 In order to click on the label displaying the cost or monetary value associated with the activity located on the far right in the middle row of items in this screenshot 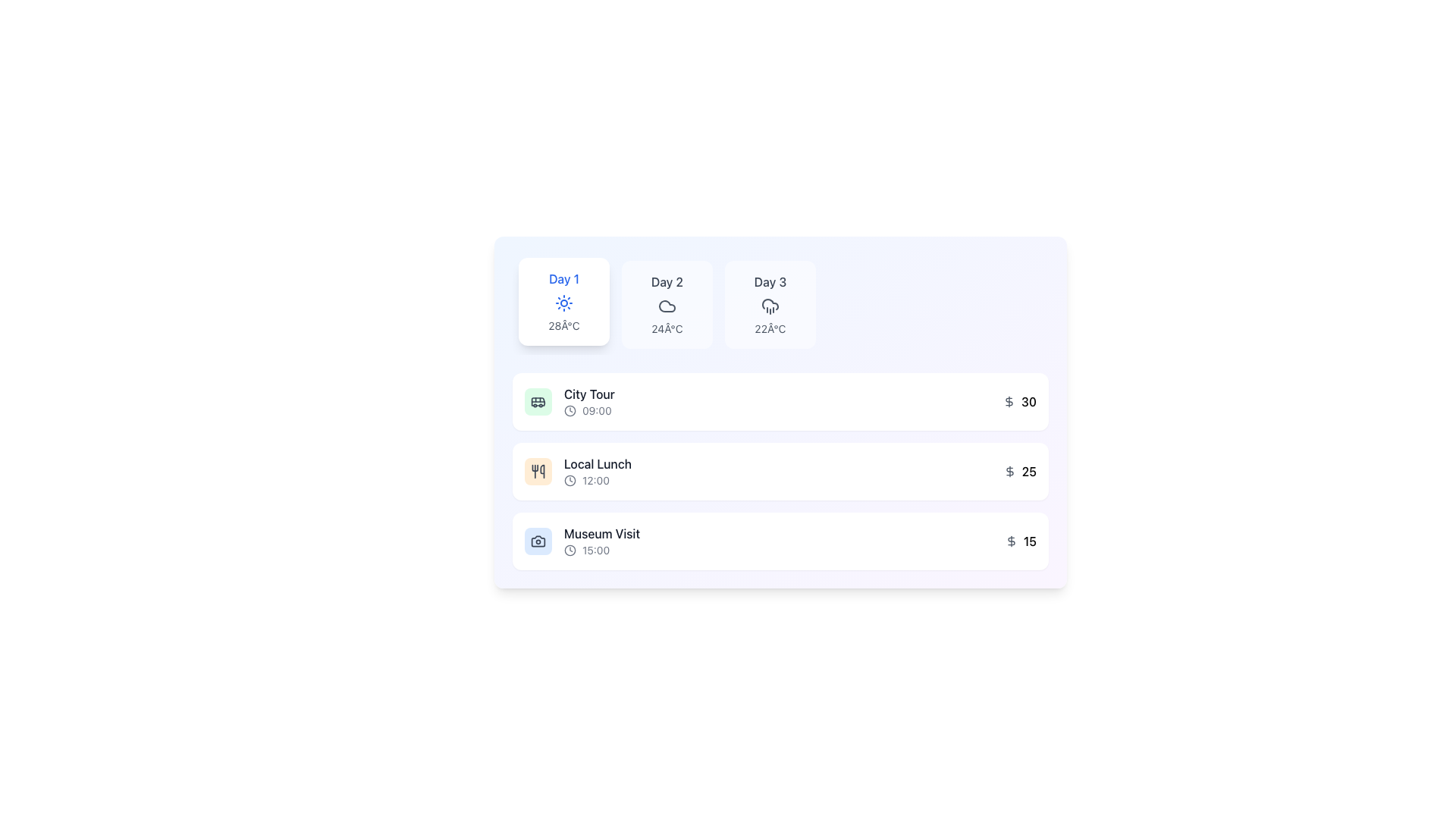, I will do `click(1029, 470)`.